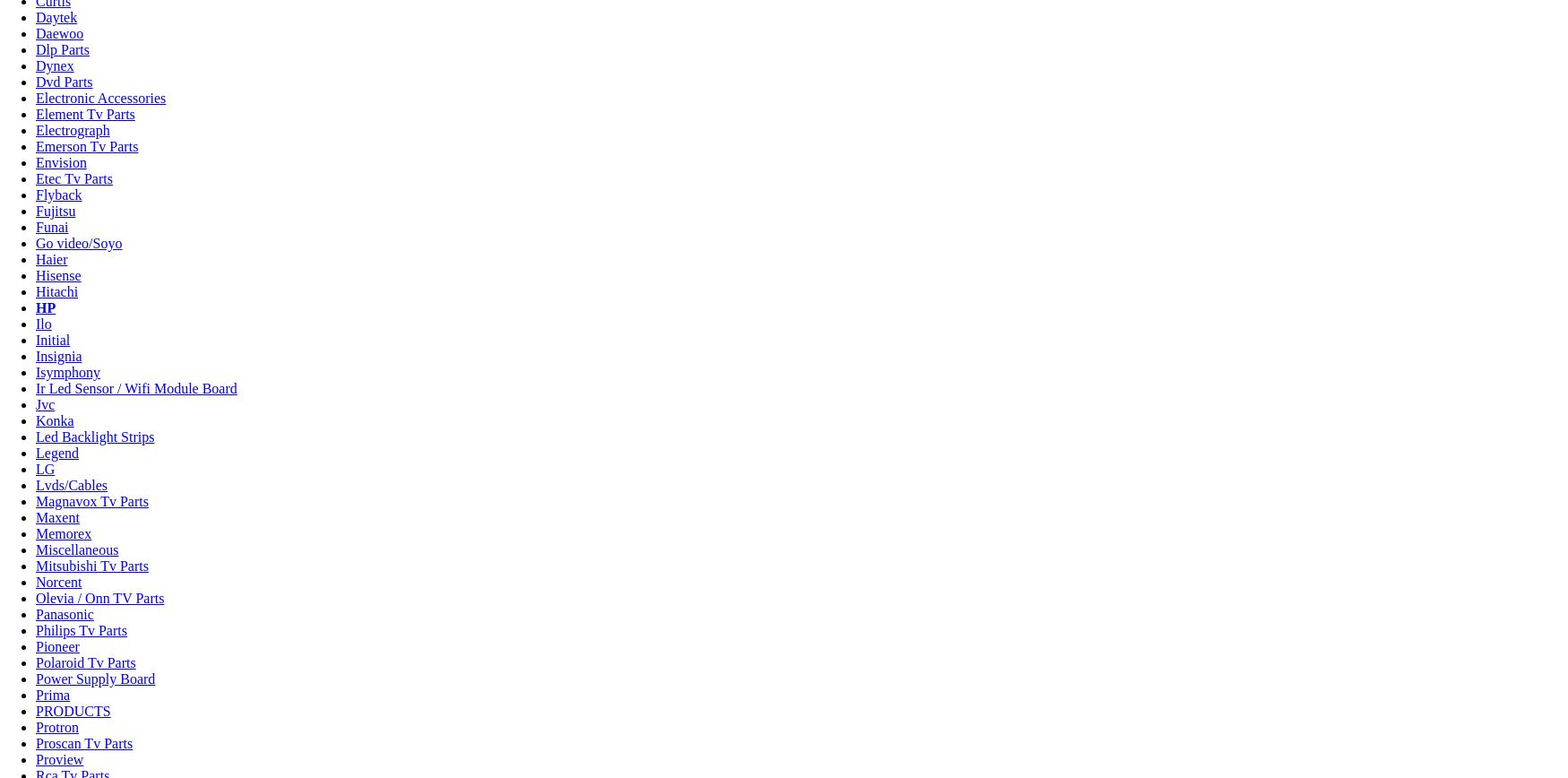 This screenshot has width=1568, height=778. Describe the element at coordinates (73, 130) in the screenshot. I see `'Electrograph'` at that location.